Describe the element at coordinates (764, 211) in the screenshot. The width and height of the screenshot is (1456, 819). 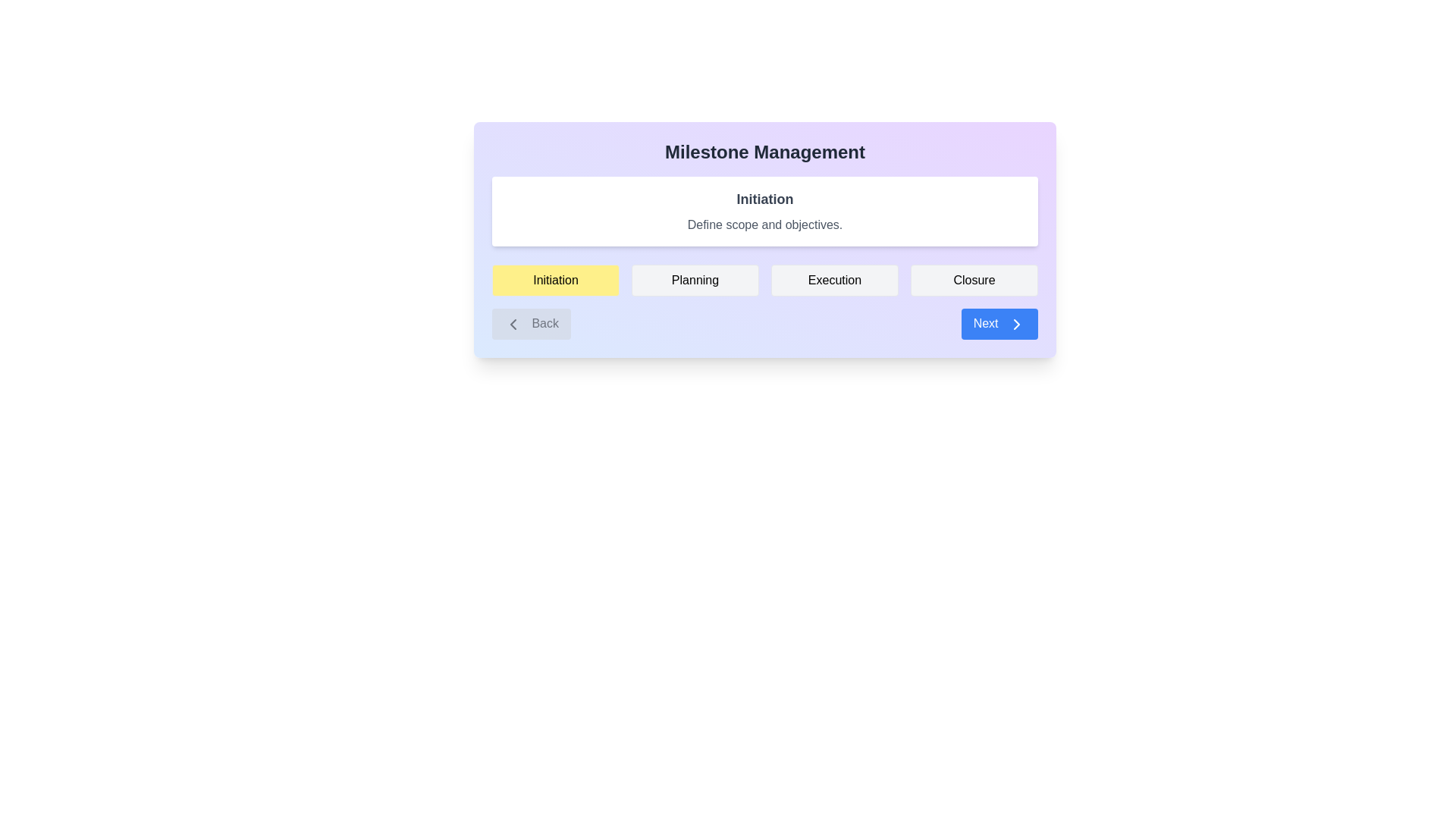
I see `the Text display area that shows the milestone step labeled 'Initiation' with the description 'Define scope and objectives', located below the 'Milestone Management' heading and above the buttons for 'Initiation', 'Planning', 'Execution', and 'Closure'` at that location.